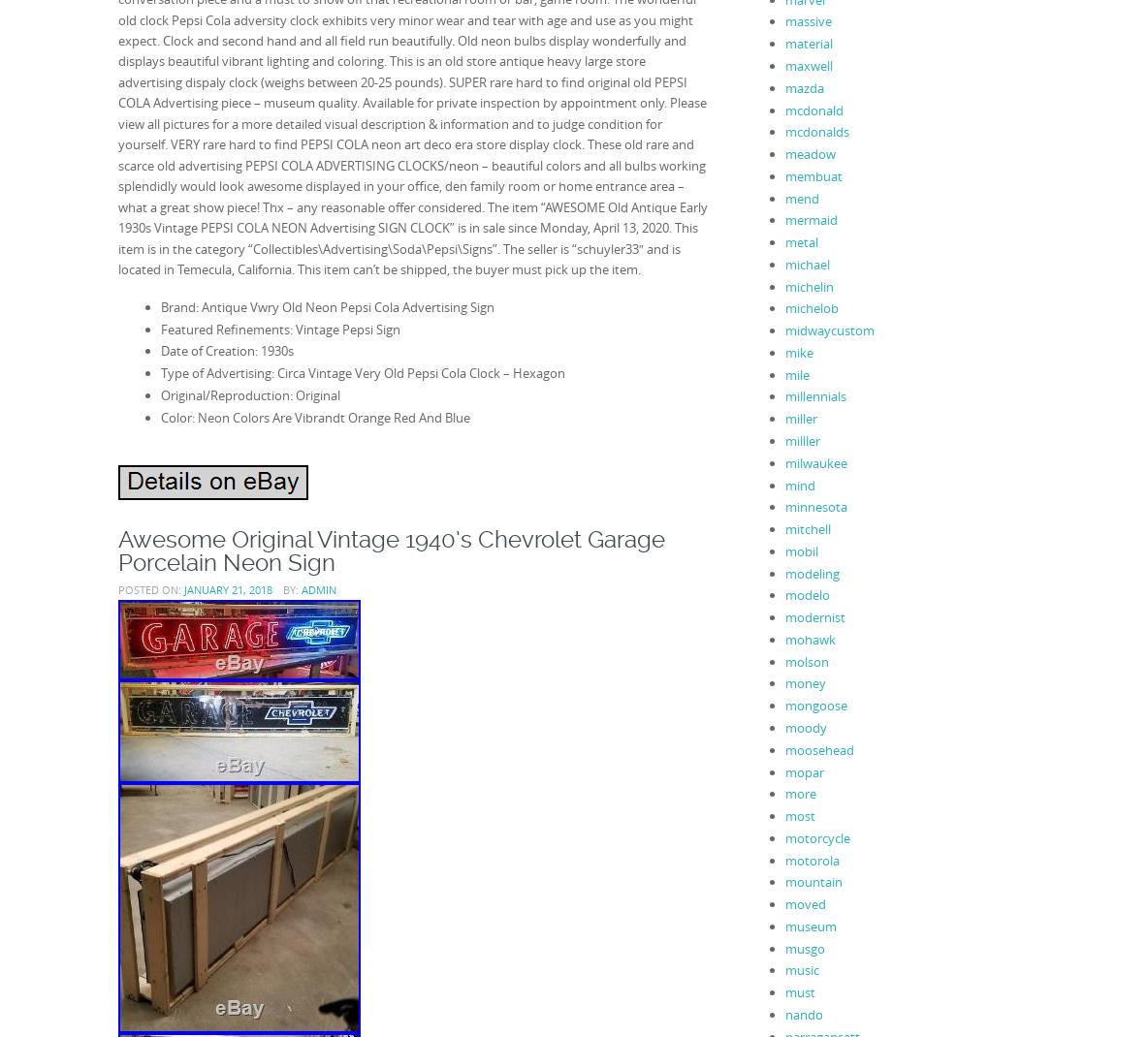 This screenshot has width=1148, height=1037. I want to click on 'must', so click(783, 991).